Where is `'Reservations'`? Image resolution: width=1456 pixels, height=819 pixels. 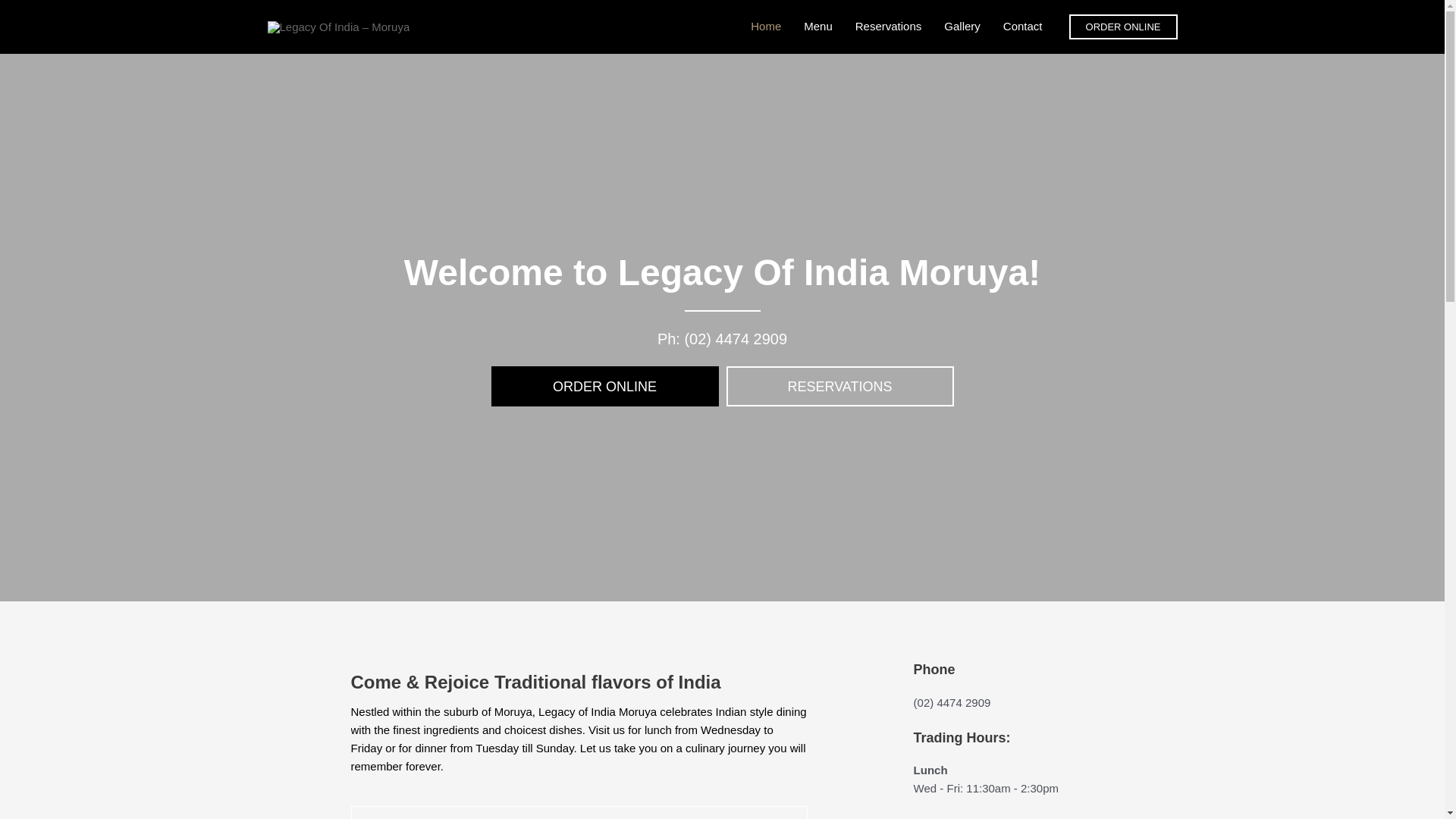 'Reservations' is located at coordinates (888, 26).